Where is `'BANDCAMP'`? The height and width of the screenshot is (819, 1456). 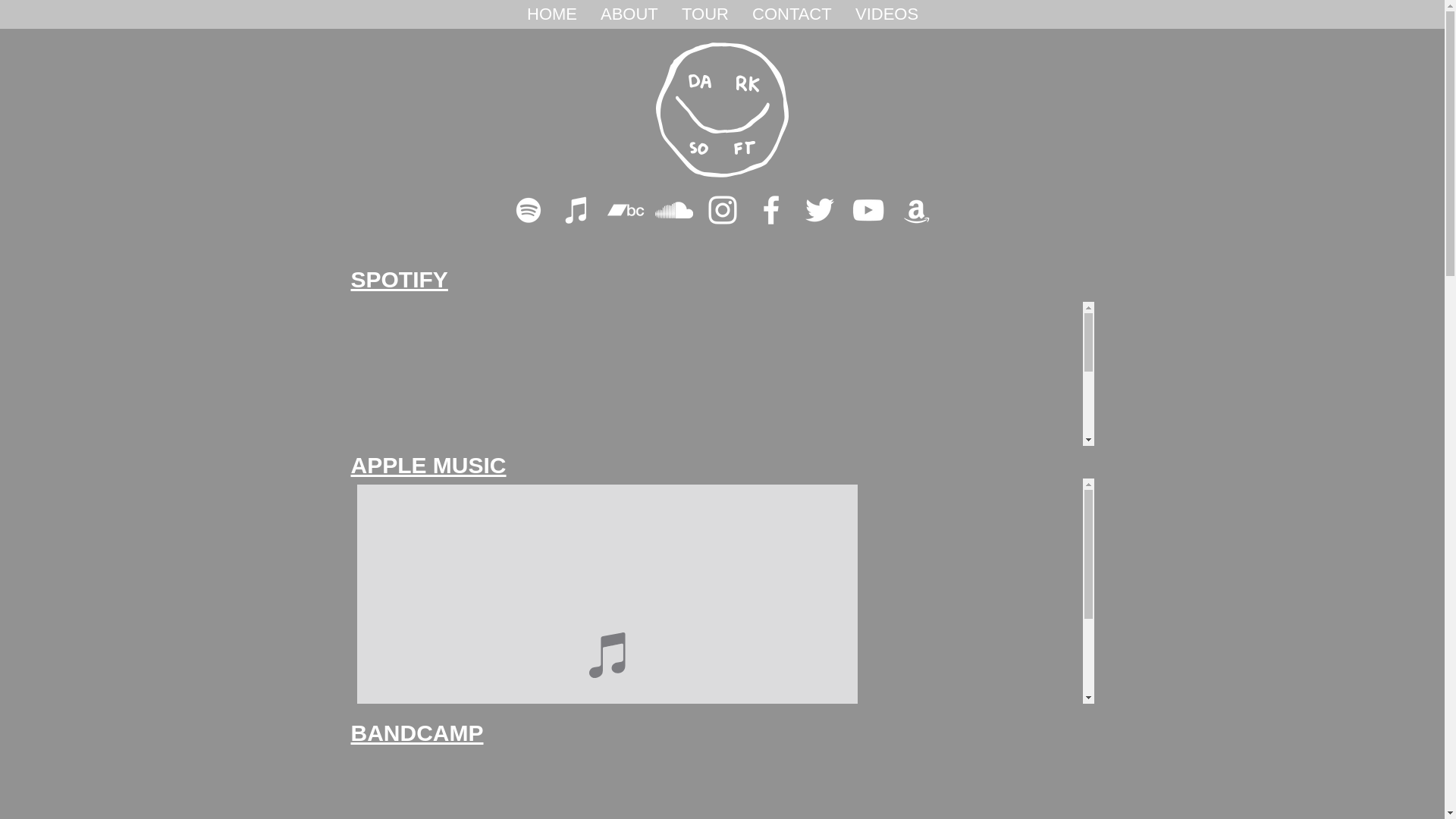 'BANDCAMP' is located at coordinates (416, 732).